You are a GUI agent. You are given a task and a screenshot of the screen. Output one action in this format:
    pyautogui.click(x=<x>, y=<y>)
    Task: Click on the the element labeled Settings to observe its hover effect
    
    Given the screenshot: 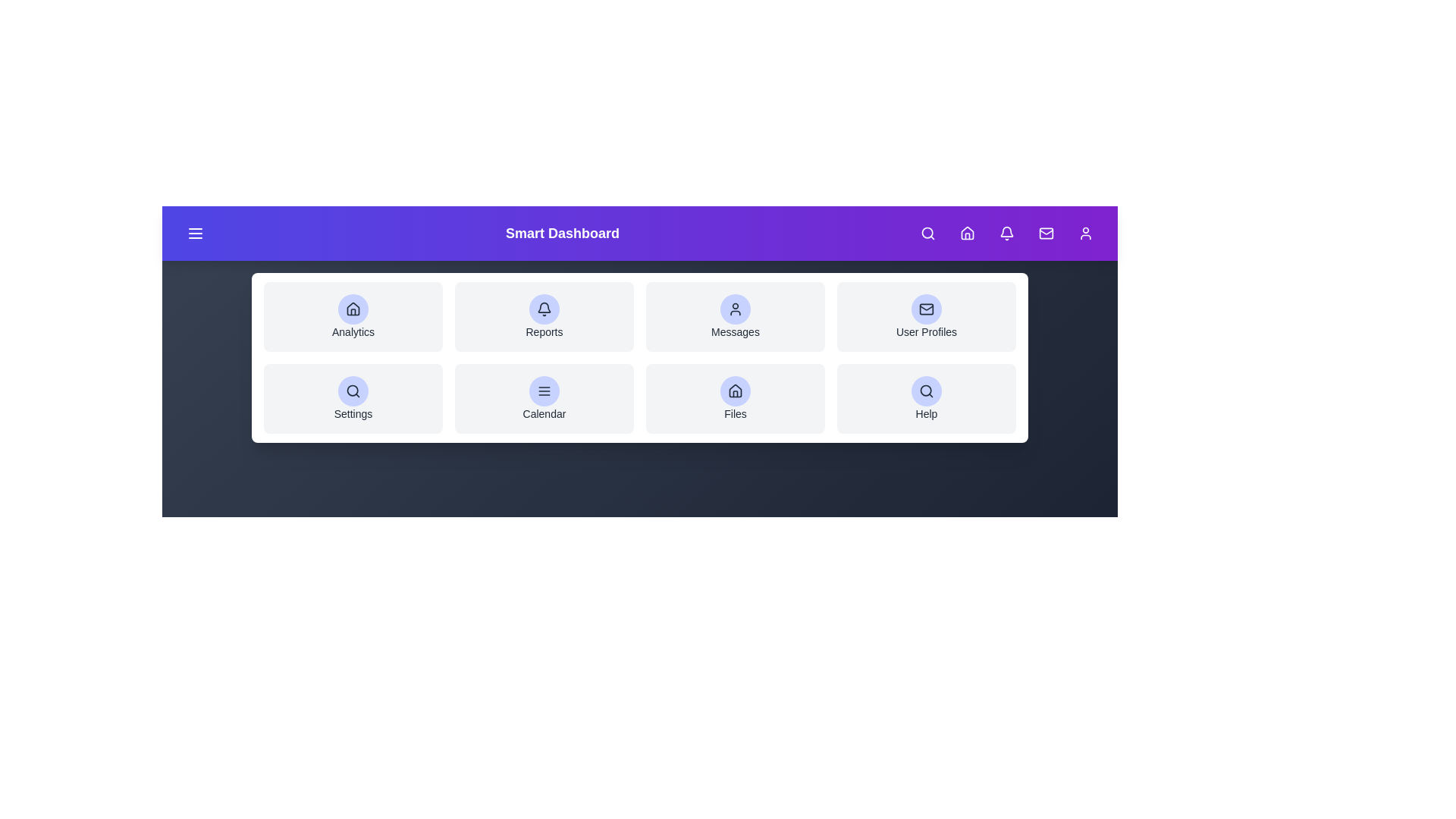 What is the action you would take?
    pyautogui.click(x=352, y=397)
    